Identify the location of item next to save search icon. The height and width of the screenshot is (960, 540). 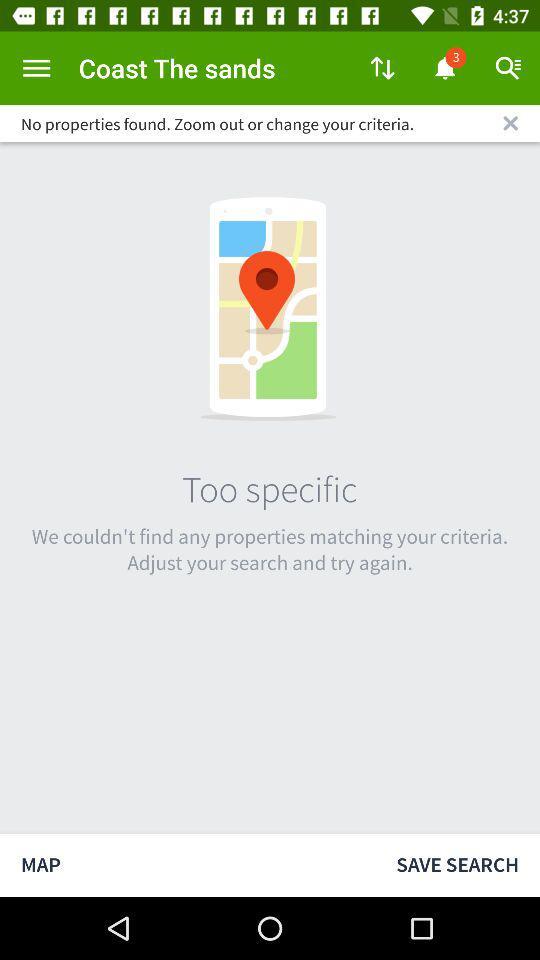
(187, 864).